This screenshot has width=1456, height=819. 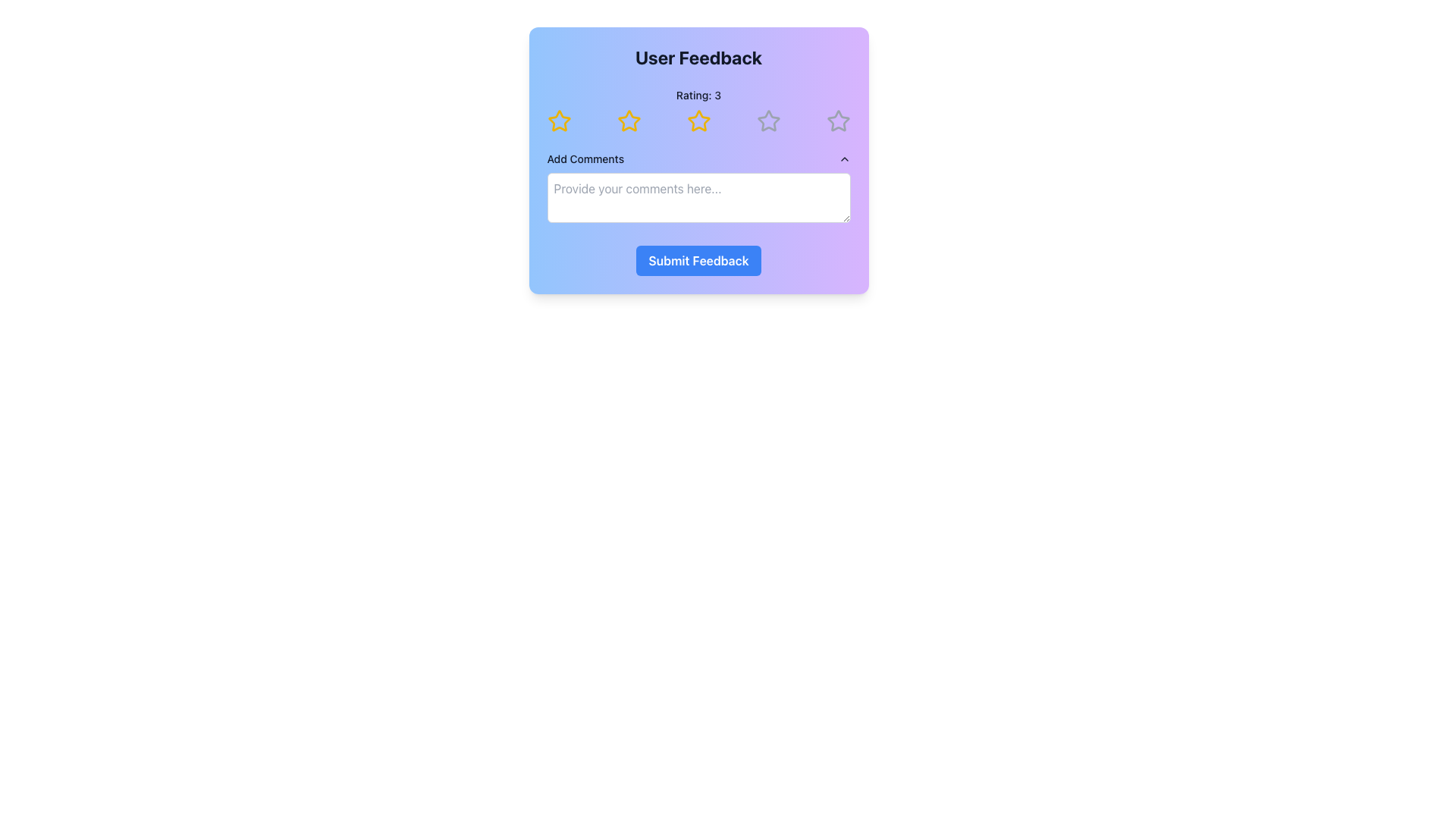 What do you see at coordinates (698, 189) in the screenshot?
I see `the Comment Input Section located below the rating stars and above the 'Submit Feedback' button to focus on the input field with the placeholder text 'Provide your comments here...'` at bounding box center [698, 189].